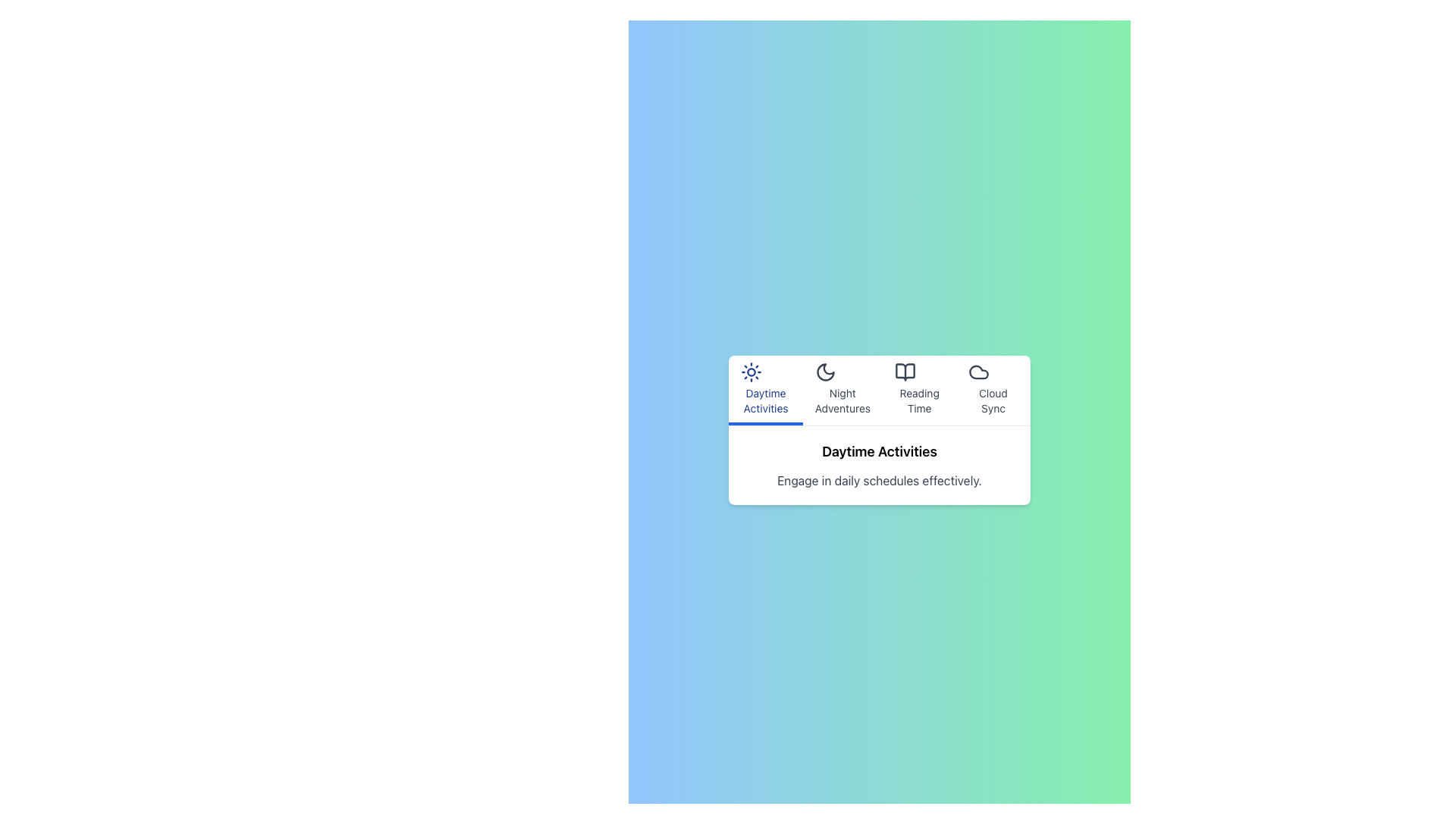 This screenshot has height=819, width=1456. I want to click on the 'Daytime Activities' button in the navigation bar, so click(766, 389).